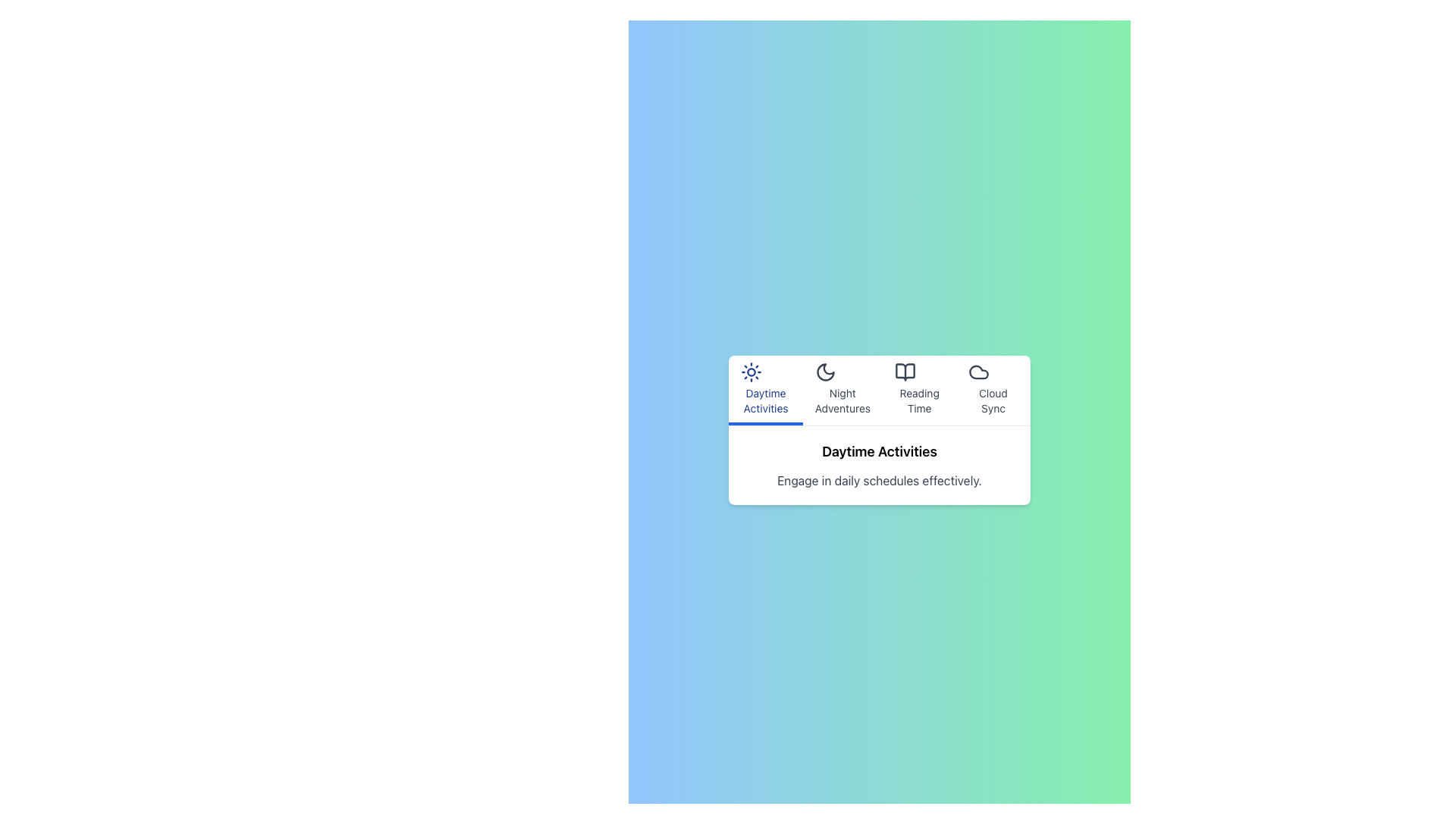 This screenshot has height=819, width=1456. I want to click on the 'Daytime Activities' button in the navigation bar, so click(766, 389).